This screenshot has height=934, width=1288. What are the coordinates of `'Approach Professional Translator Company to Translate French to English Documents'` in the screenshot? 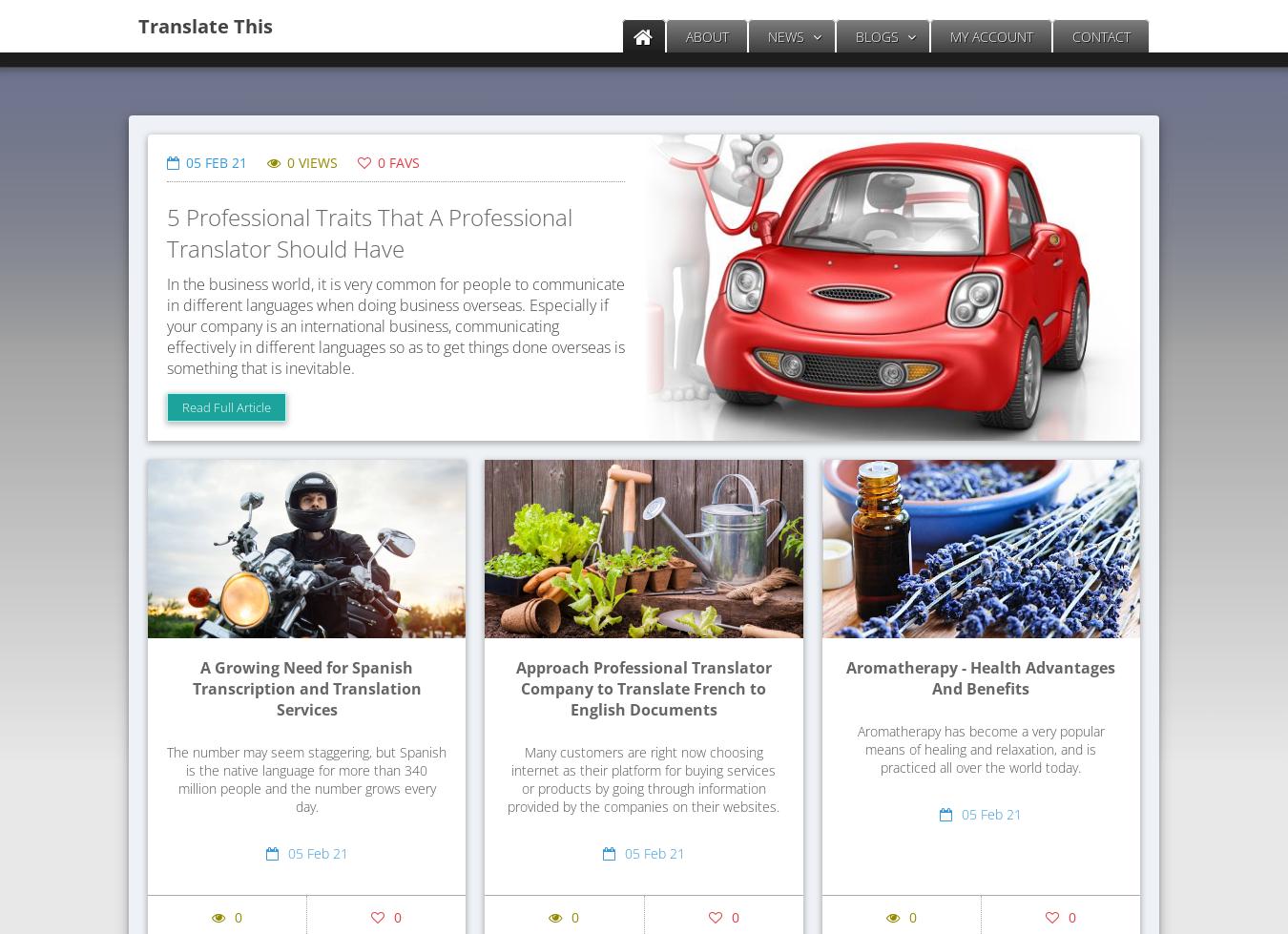 It's located at (643, 688).